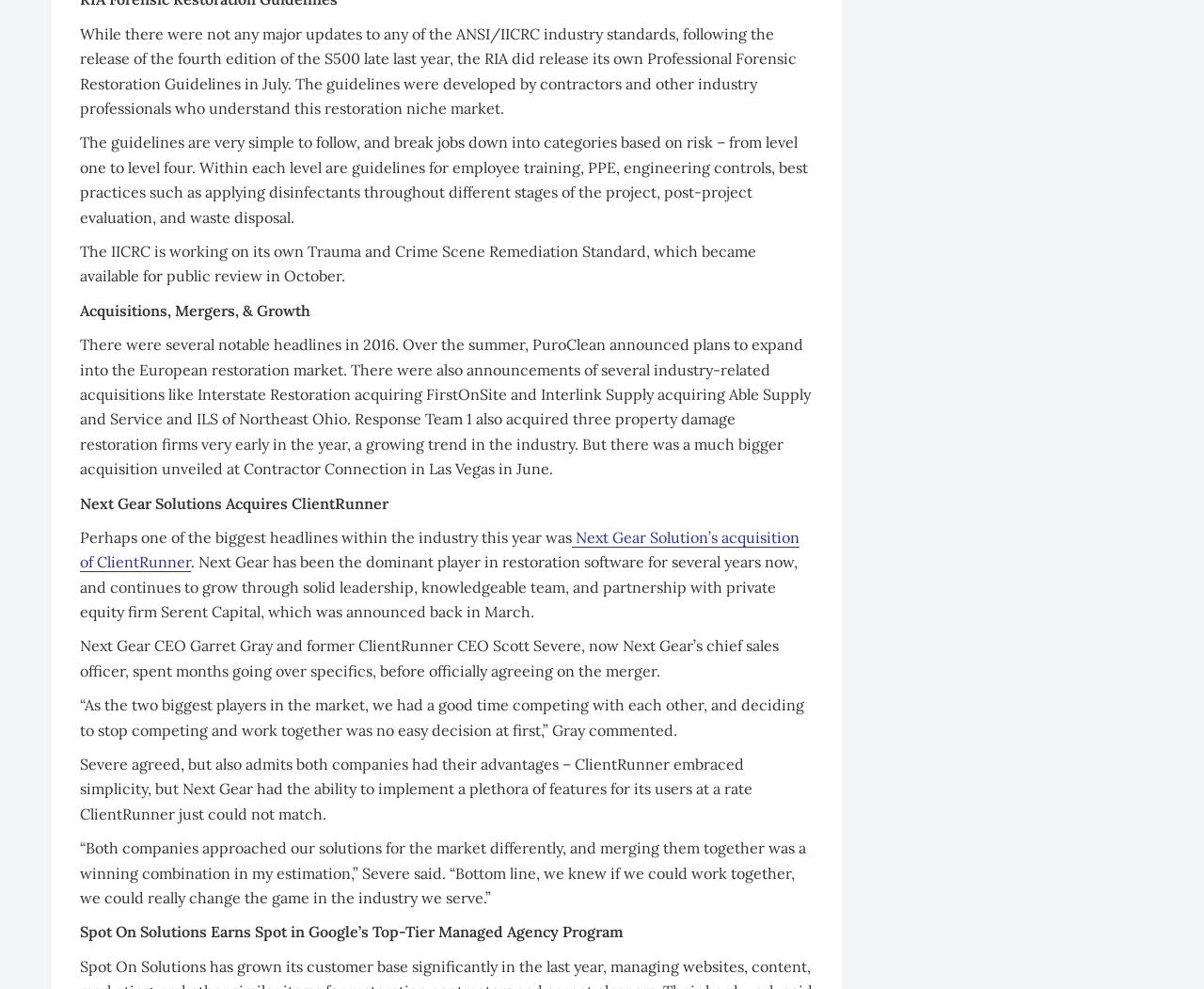  Describe the element at coordinates (428, 657) in the screenshot. I see `'Next Gear CEO Garret Gray and former ClientRunner CEO Scott Severe, now Next Gear’s chief sales officer, spent months going over specifics, before officially agreeing on the merger.'` at that location.